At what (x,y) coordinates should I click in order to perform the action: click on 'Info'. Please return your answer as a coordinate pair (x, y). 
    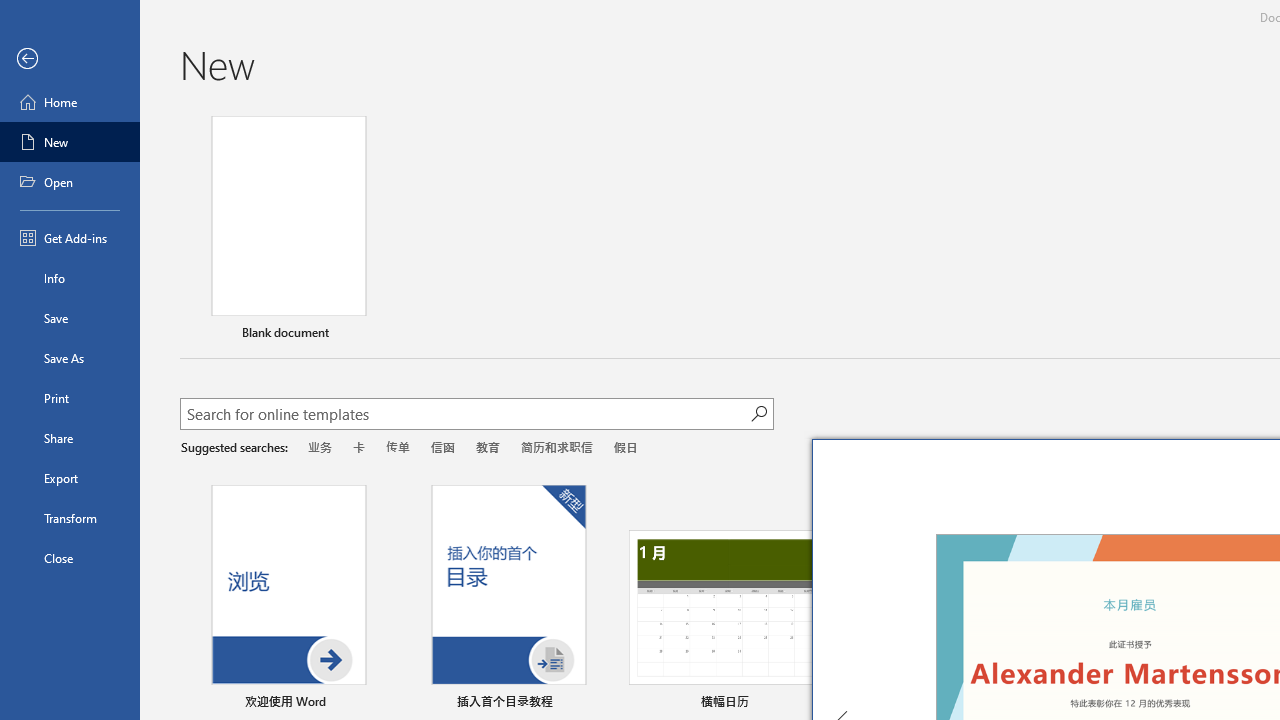
    Looking at the image, I should click on (69, 277).